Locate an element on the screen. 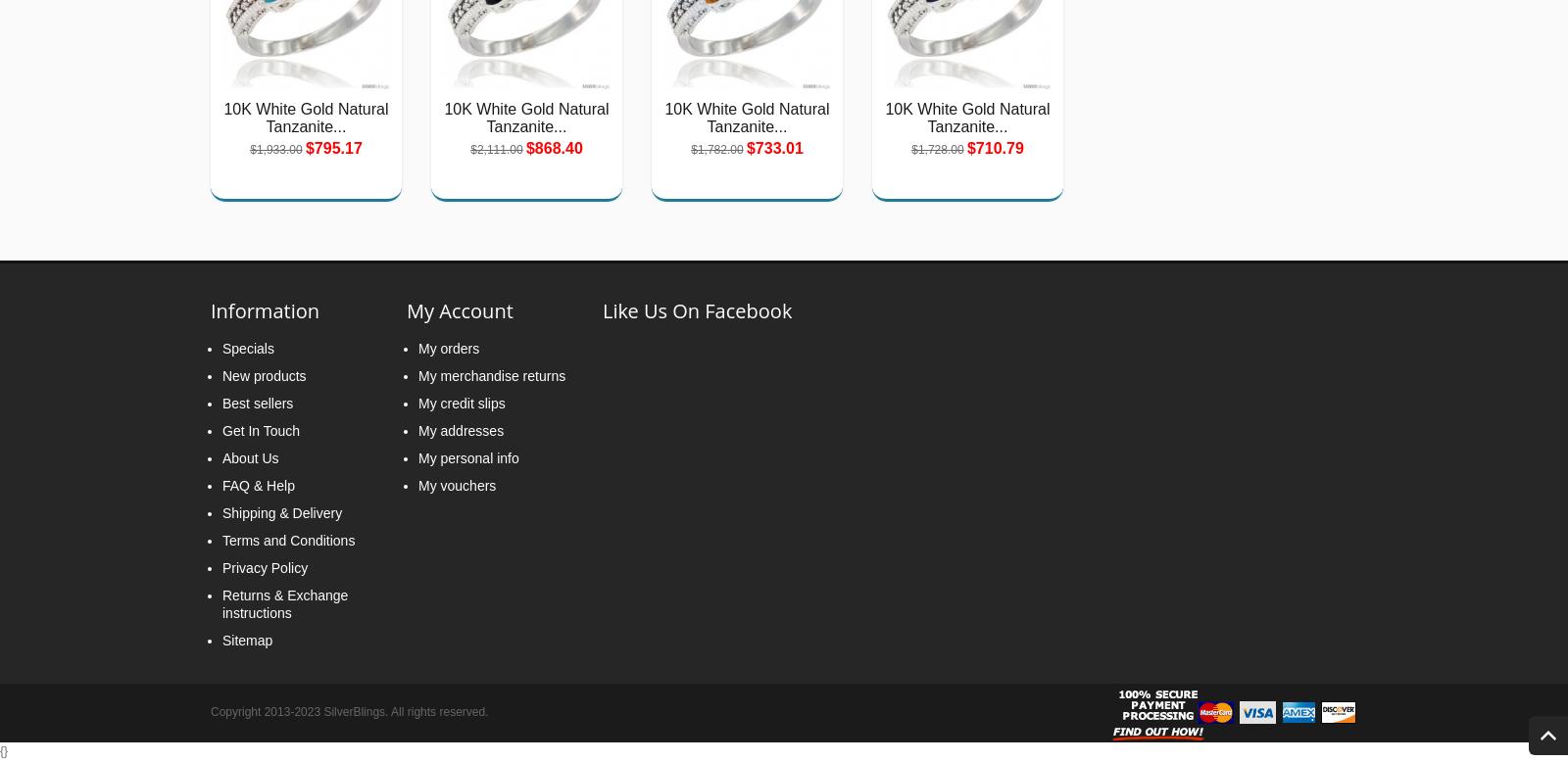 This screenshot has width=1568, height=762. 'My vouchers' is located at coordinates (456, 484).